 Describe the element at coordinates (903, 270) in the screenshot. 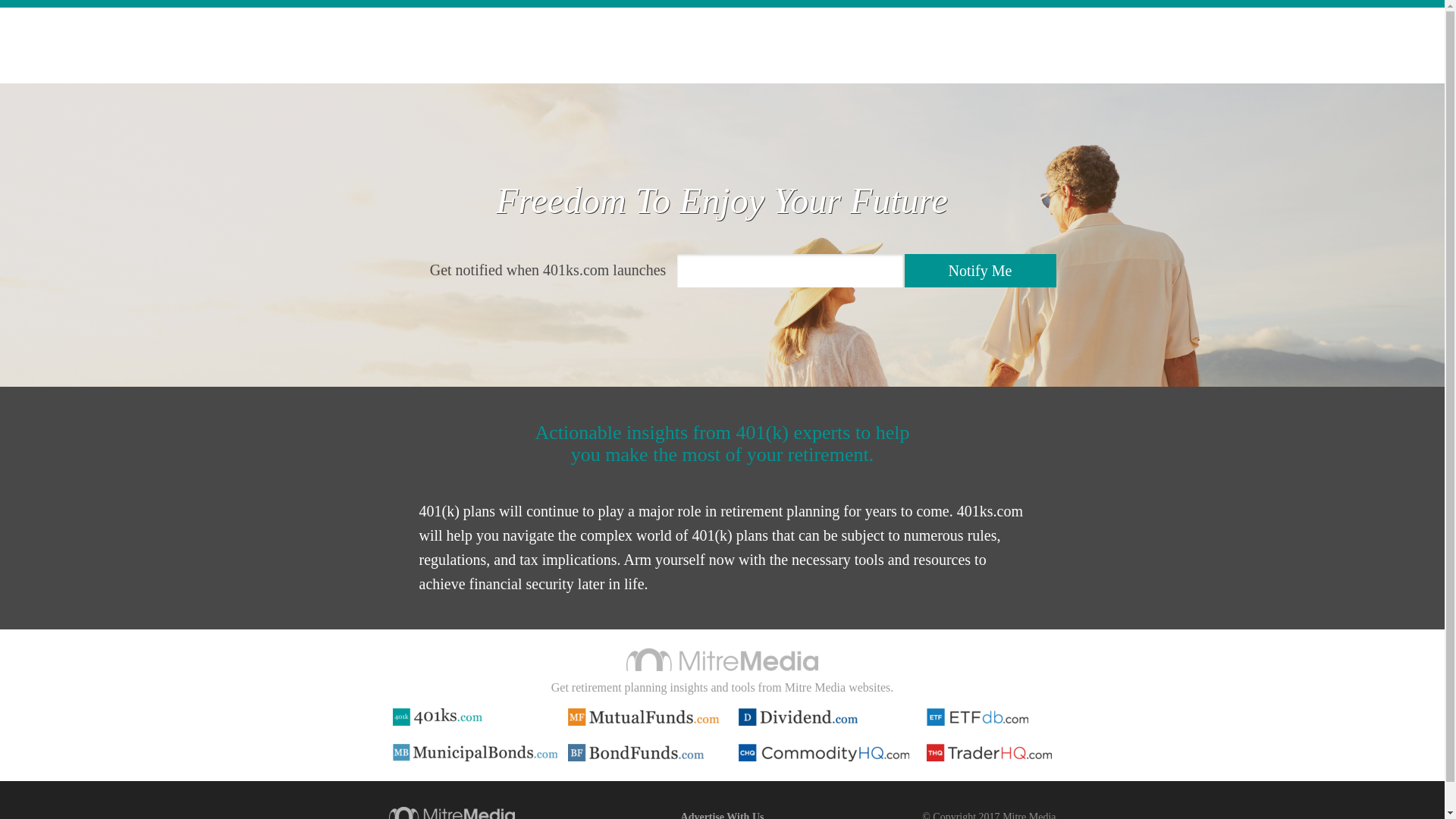

I see `'Notify Me'` at that location.